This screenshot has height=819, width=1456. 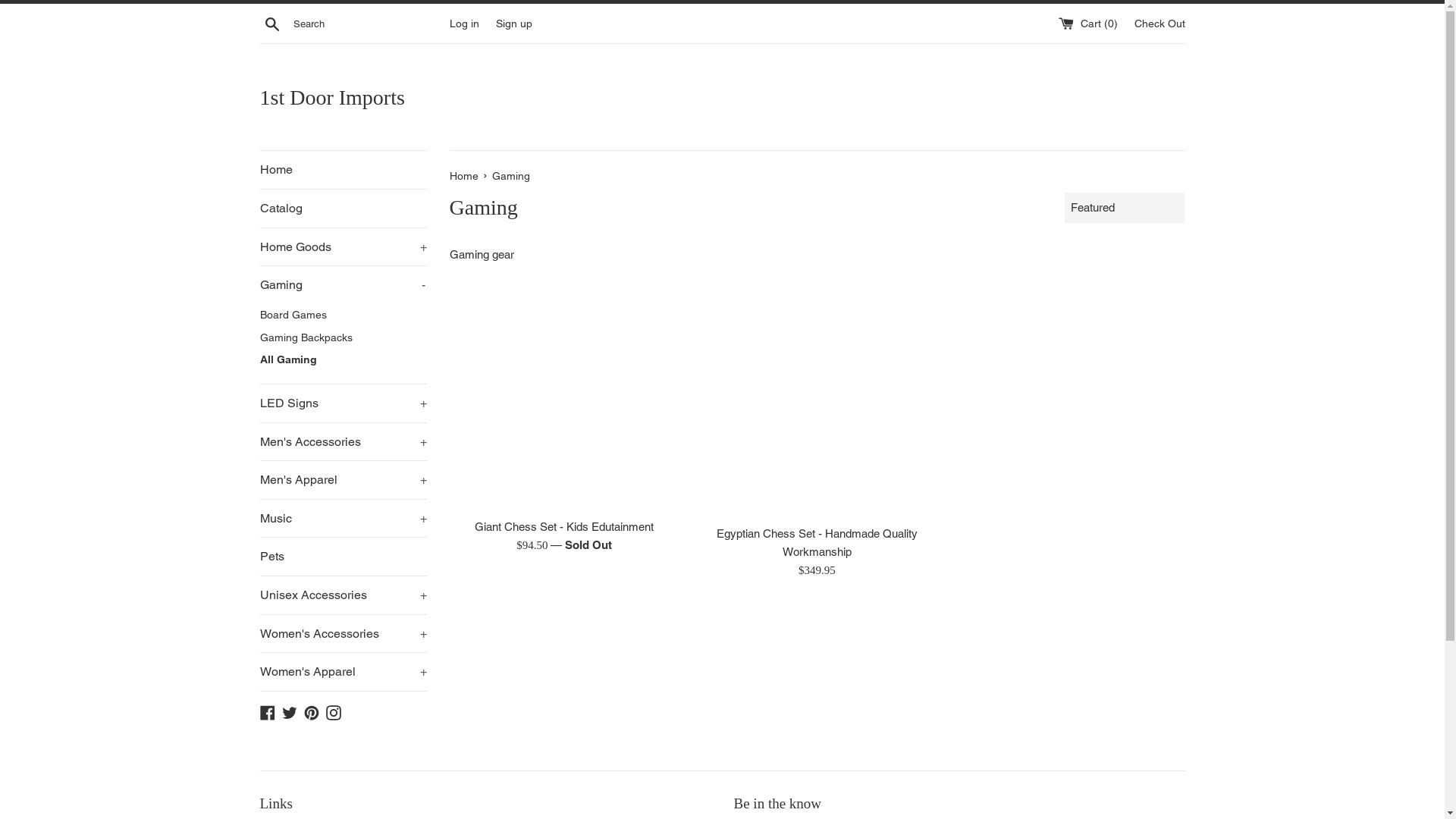 What do you see at coordinates (259, 711) in the screenshot?
I see `'Facebook'` at bounding box center [259, 711].